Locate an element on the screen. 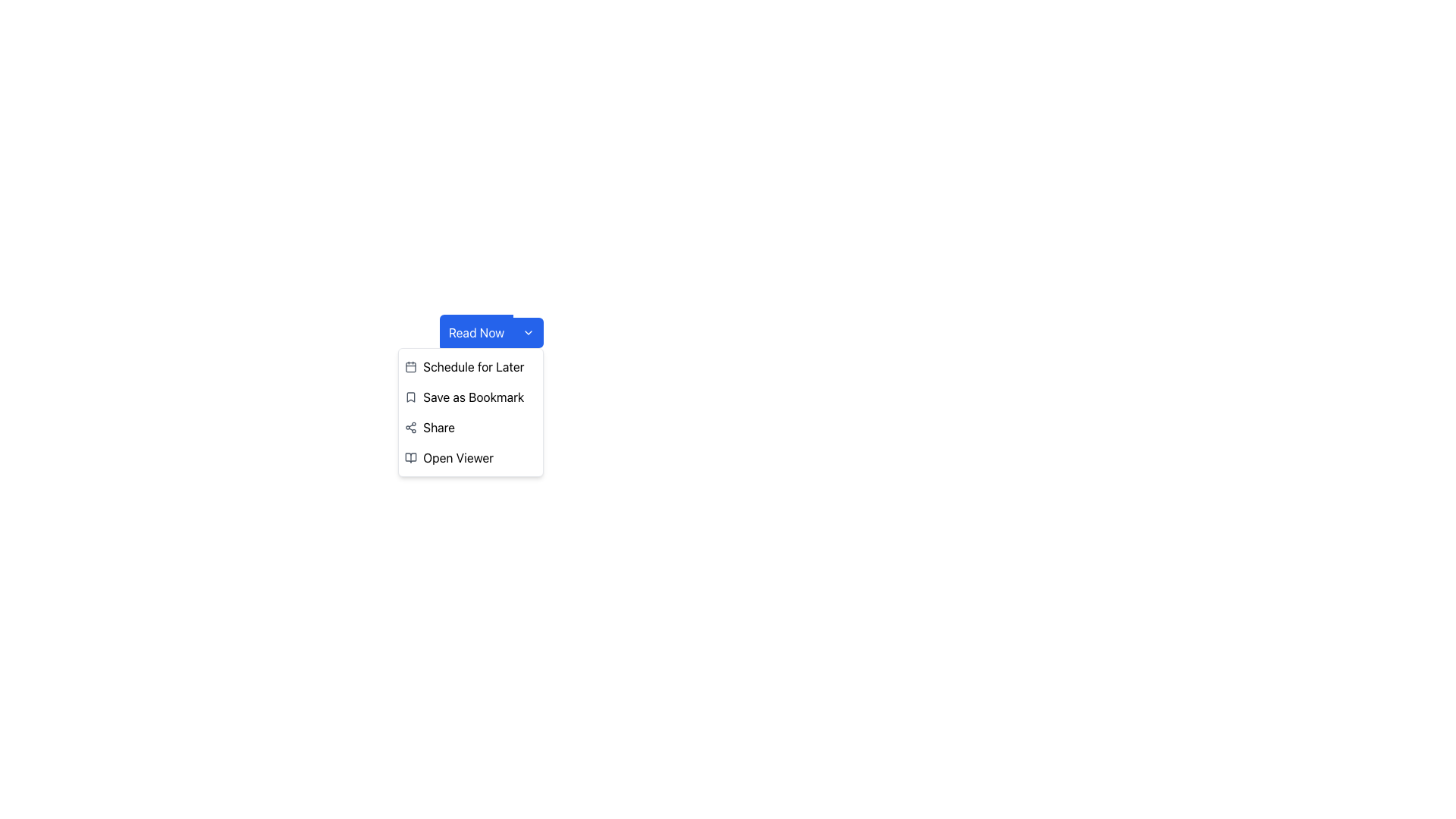 This screenshot has height=819, width=1456. the Dropdown Trigger Button at the top of the dropdown menu is located at coordinates (491, 332).